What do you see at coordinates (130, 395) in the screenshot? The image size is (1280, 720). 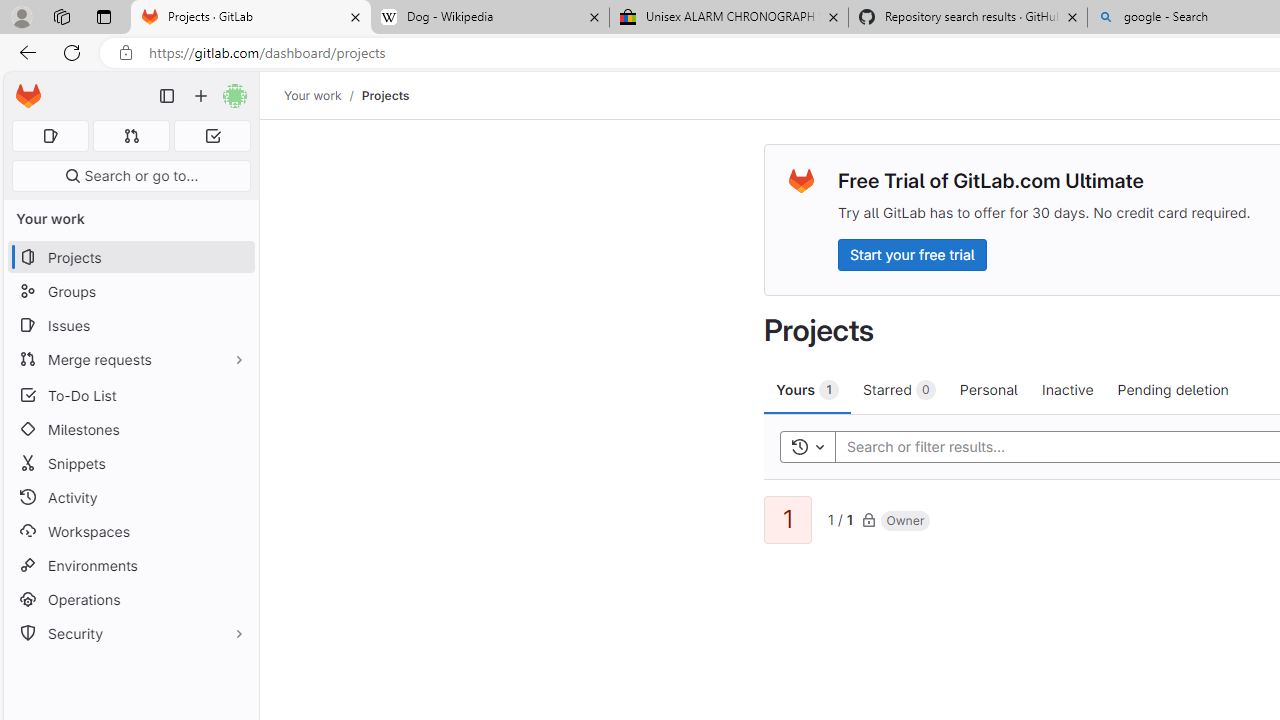 I see `'To-Do List'` at bounding box center [130, 395].